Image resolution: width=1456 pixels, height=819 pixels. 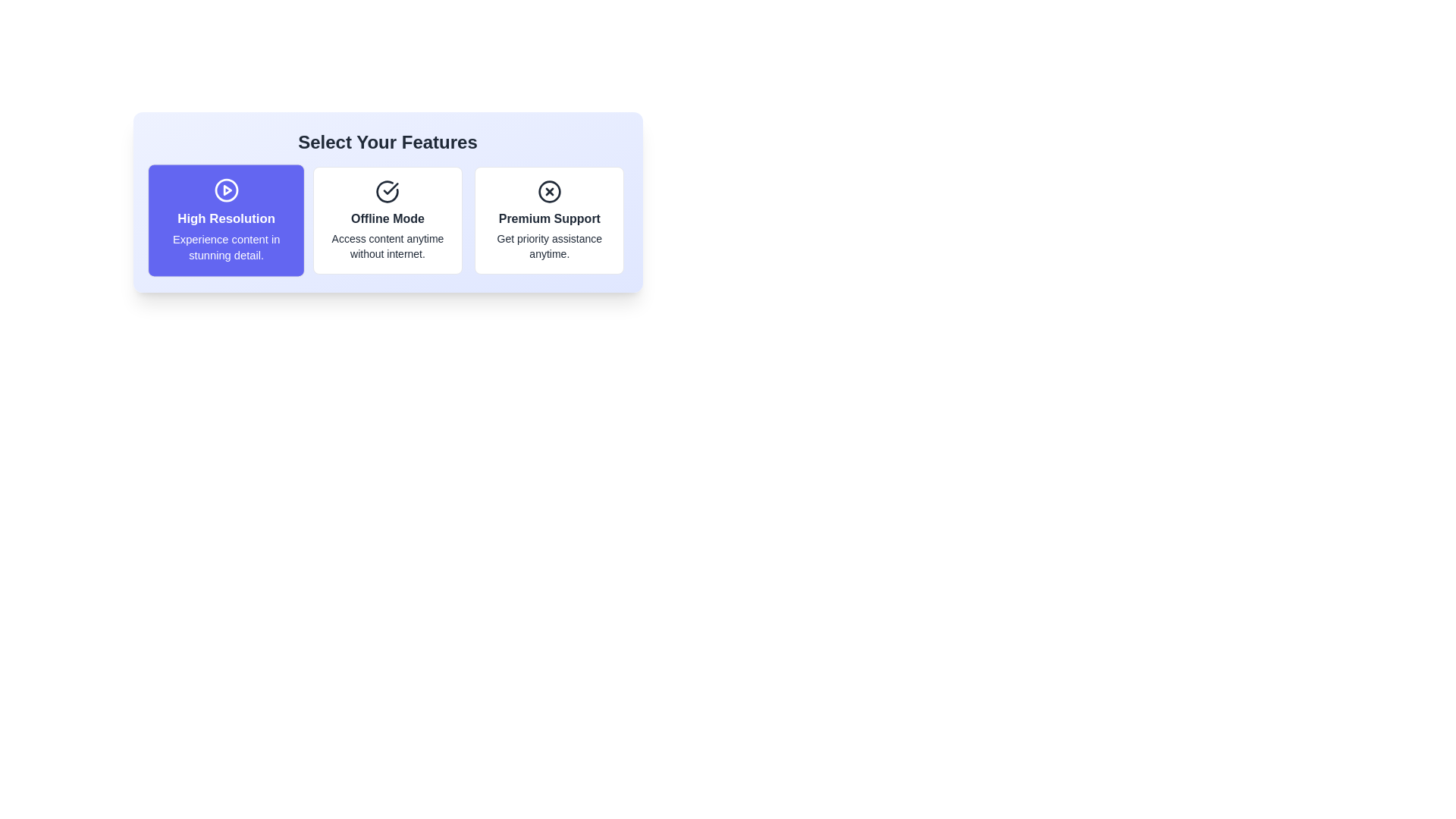 I want to click on the icon that serves as a visual indicator or button for closing, rejecting, or deselecting an option, located above the text 'Premium Support' within the third card, so click(x=548, y=191).